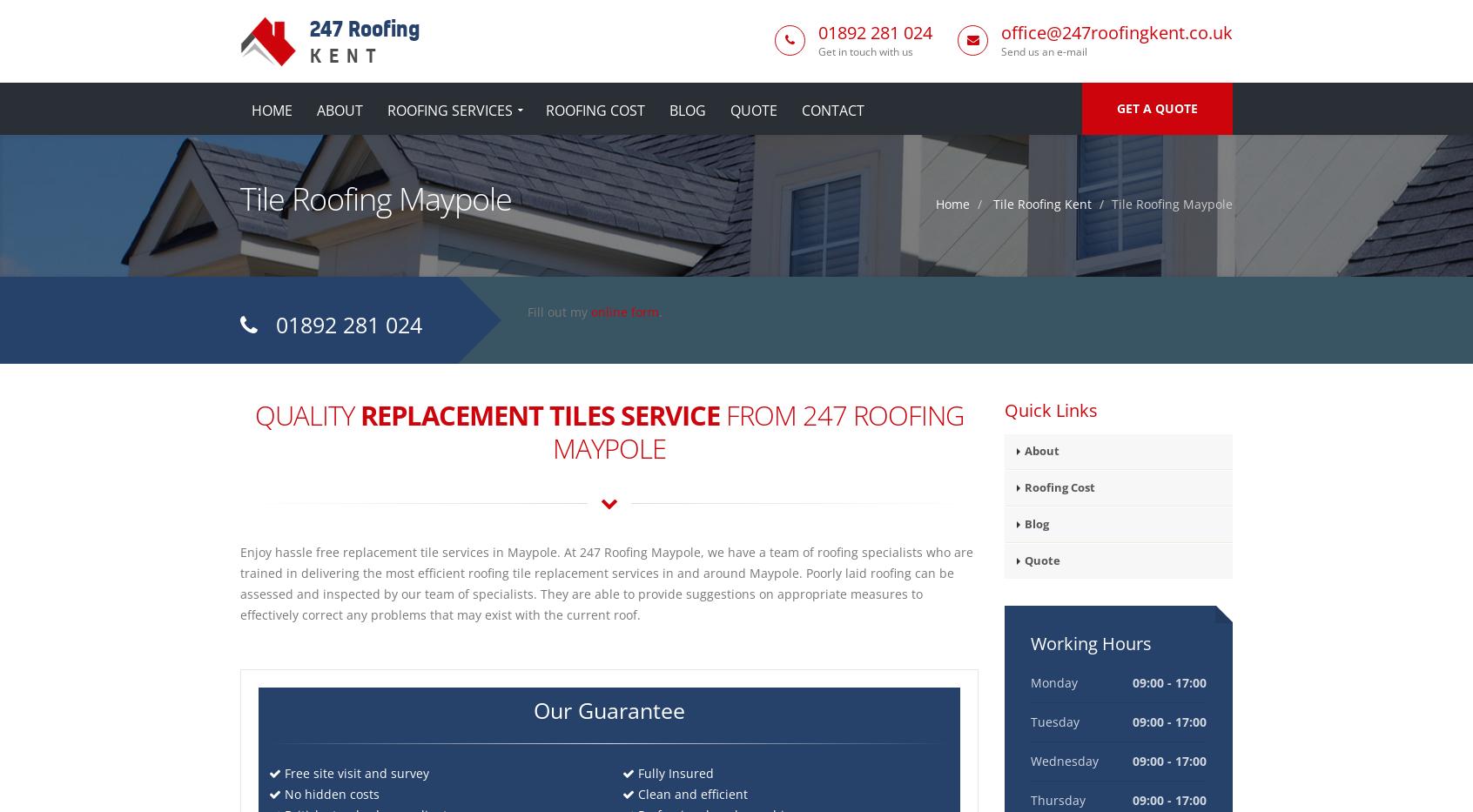 The image size is (1473, 812). Describe the element at coordinates (1116, 31) in the screenshot. I see `'office@247roofingkent.co.uk'` at that location.